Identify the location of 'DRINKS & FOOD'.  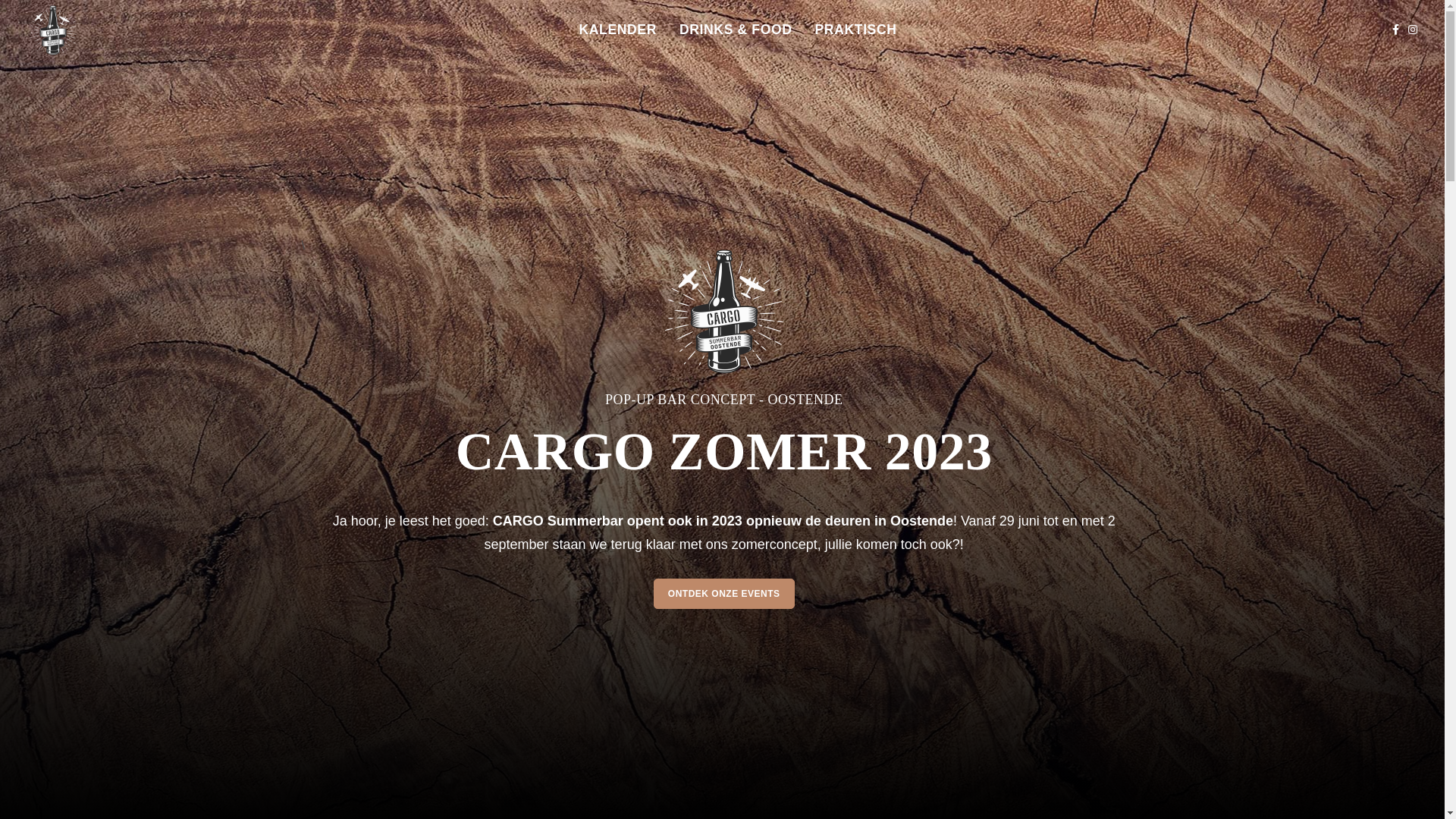
(736, 29).